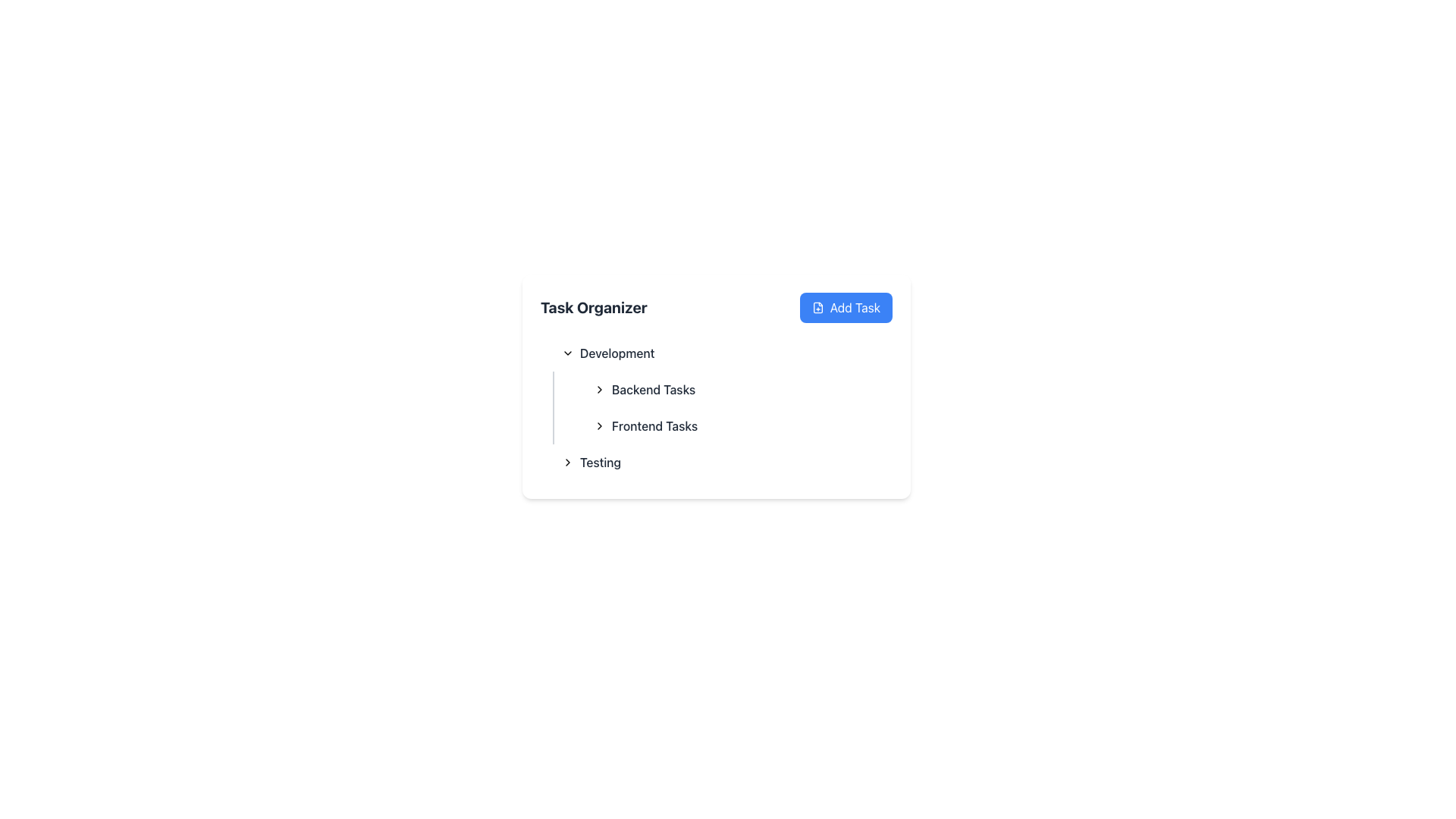 The width and height of the screenshot is (1456, 819). What do you see at coordinates (617, 353) in the screenshot?
I see `the 'Development' text label element` at bounding box center [617, 353].